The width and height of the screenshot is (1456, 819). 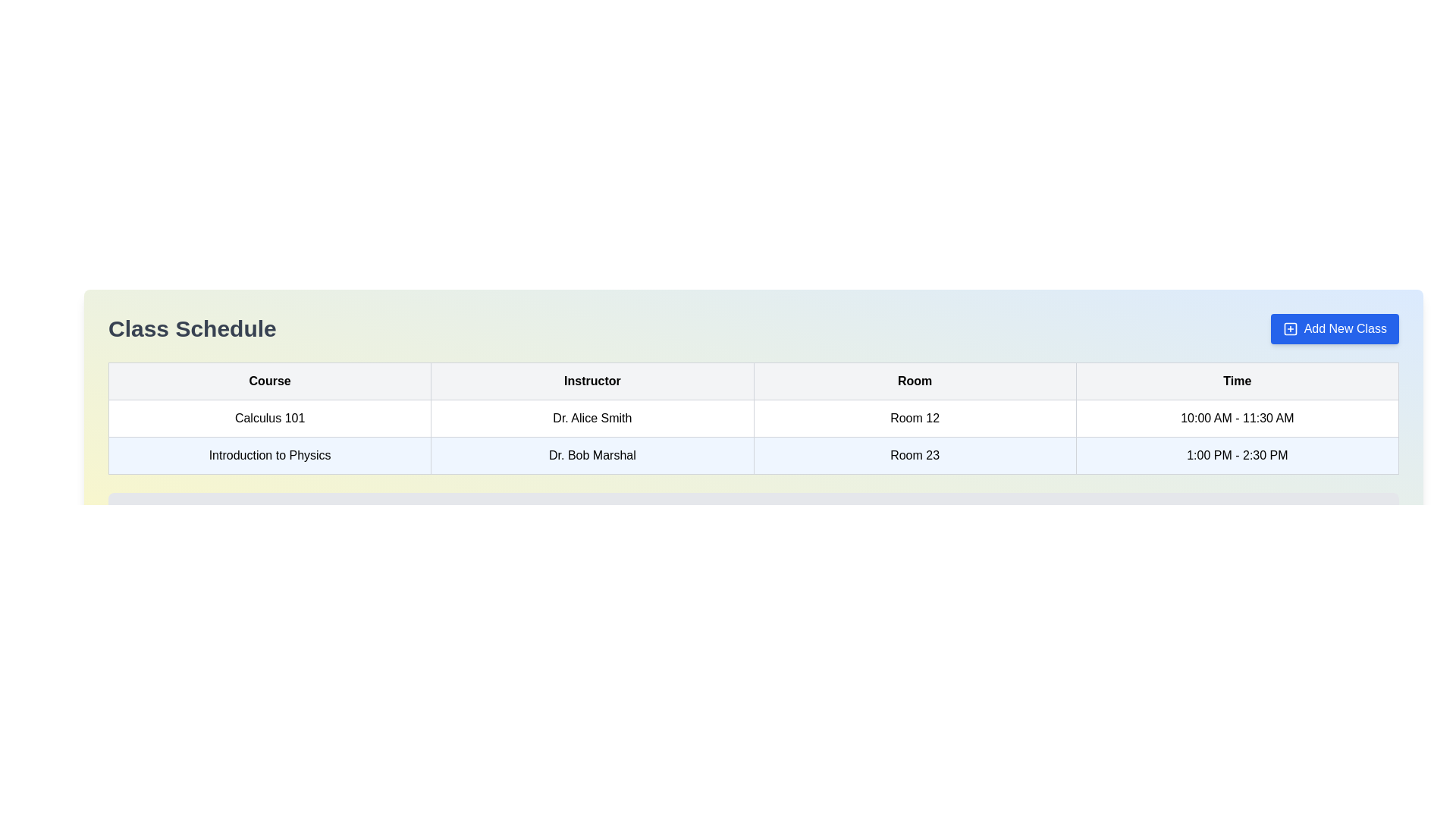 I want to click on the blue 'Add New Class' button located at the top-right corner of the 'Class Schedule' header bar, so click(x=1335, y=328).